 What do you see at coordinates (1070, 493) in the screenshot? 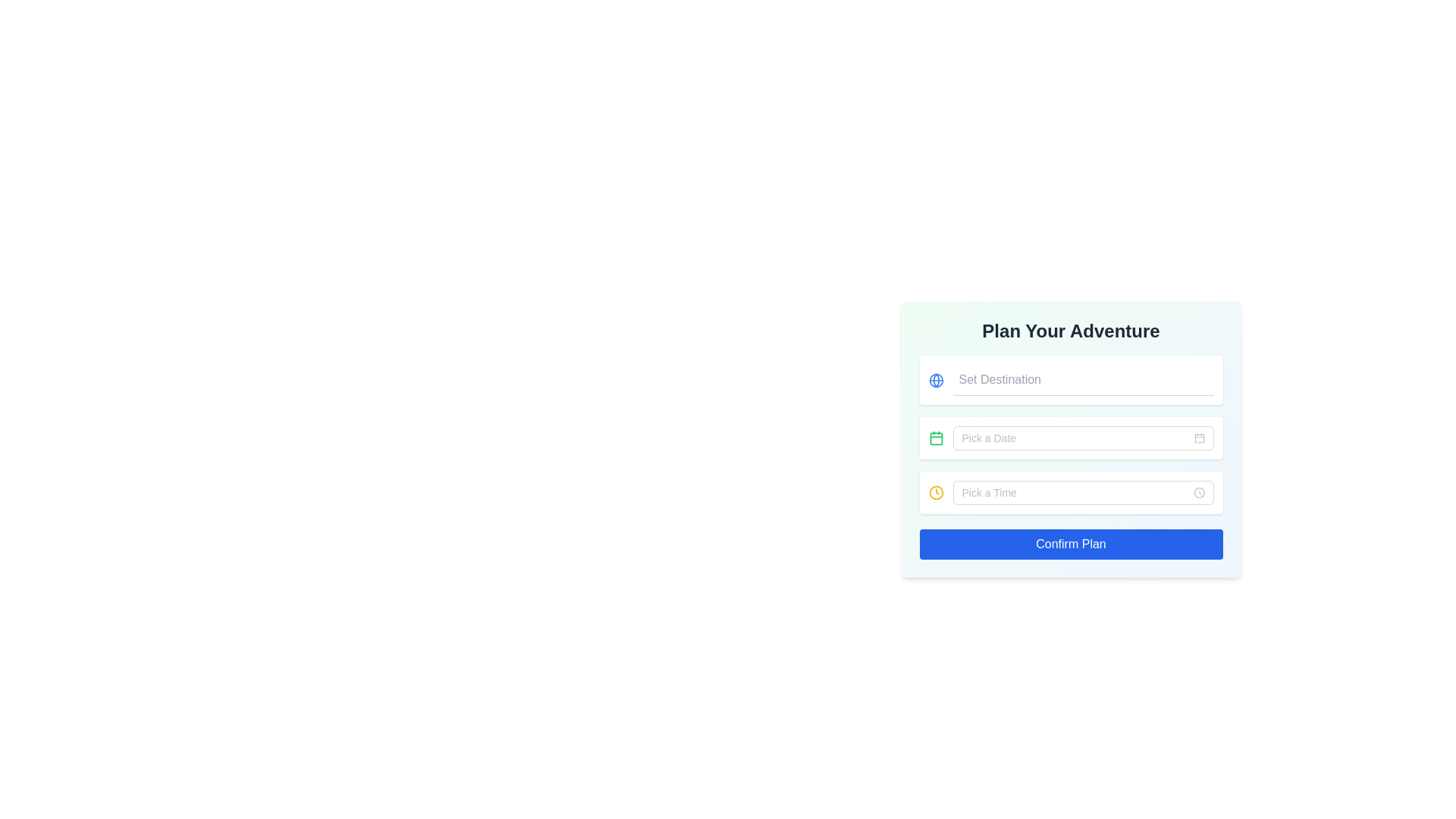
I see `a specific time within the Time Picker Input Field, which is a horizontally oriented rectangular component with a white background, rounded corners, and a shadow effect, located below the 'Pick a Date' component and above the 'Confirm Plan' button` at bounding box center [1070, 493].